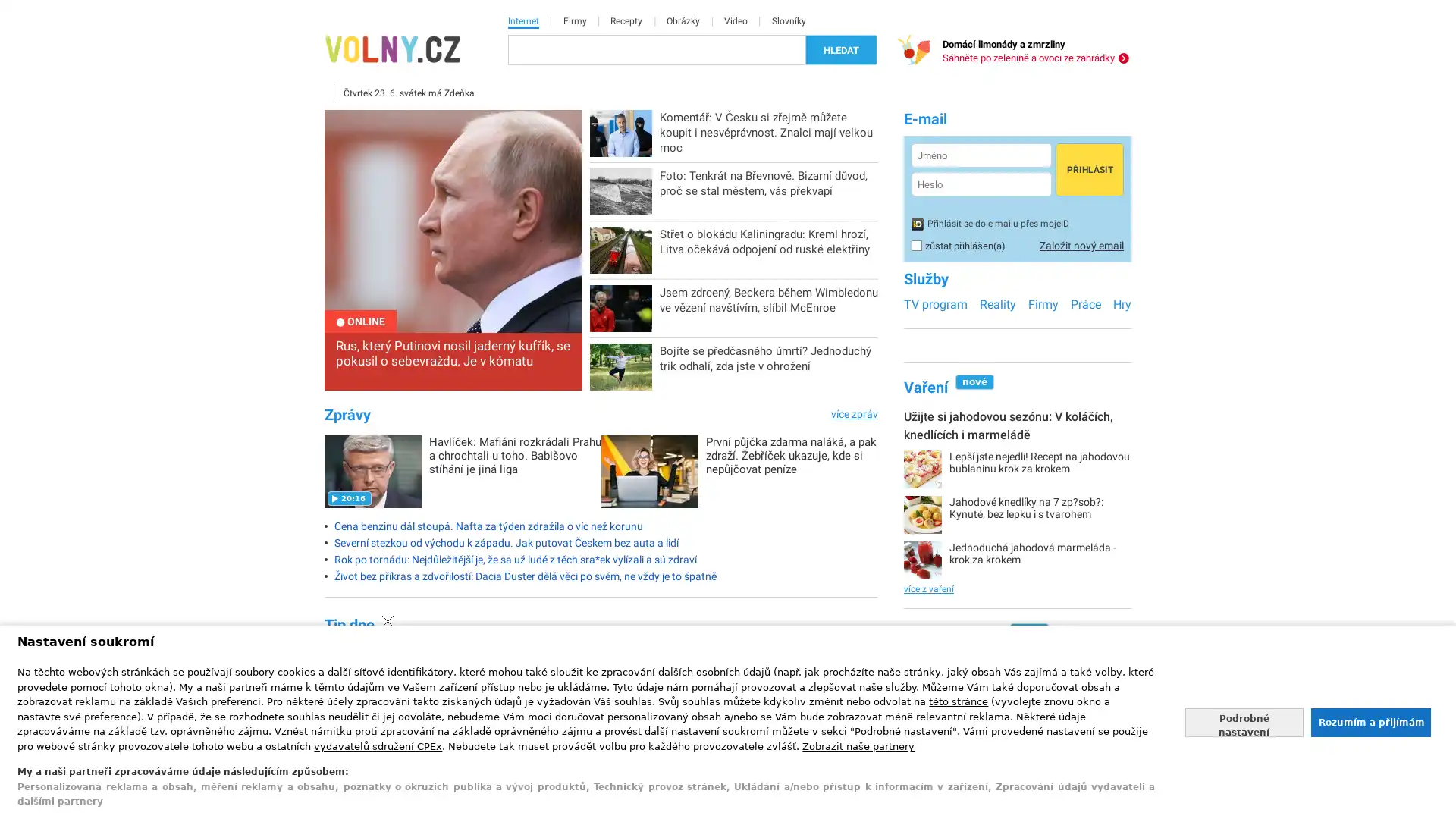  Describe the element at coordinates (1370, 721) in the screenshot. I see `Souhlasit s nasim zpracovanim udaju a zavrit` at that location.